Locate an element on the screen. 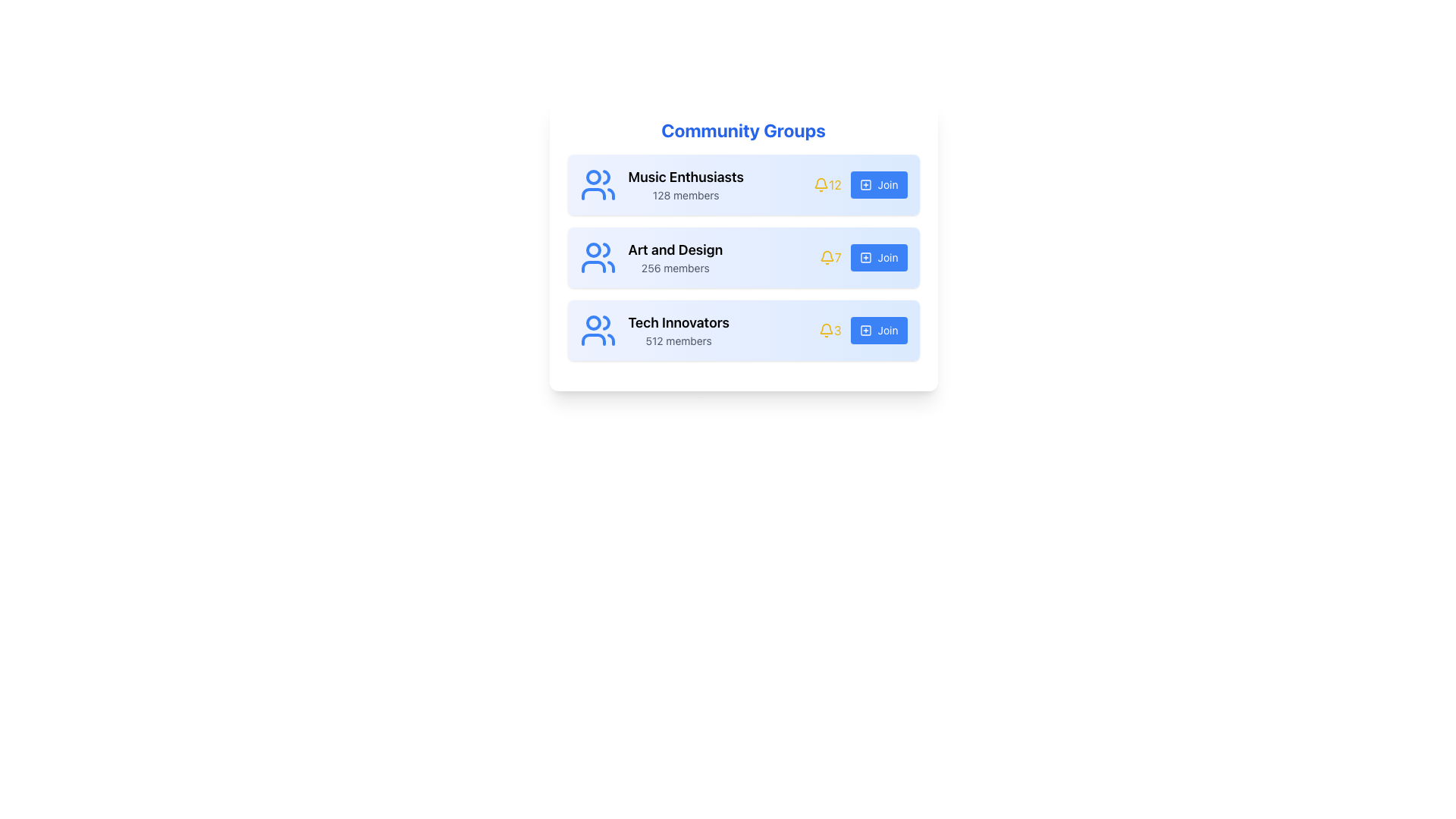 The width and height of the screenshot is (1456, 819). the notification icon associated with the 'Art and Design' community group, which is located to the left of the blue 'Join' button is located at coordinates (826, 256).